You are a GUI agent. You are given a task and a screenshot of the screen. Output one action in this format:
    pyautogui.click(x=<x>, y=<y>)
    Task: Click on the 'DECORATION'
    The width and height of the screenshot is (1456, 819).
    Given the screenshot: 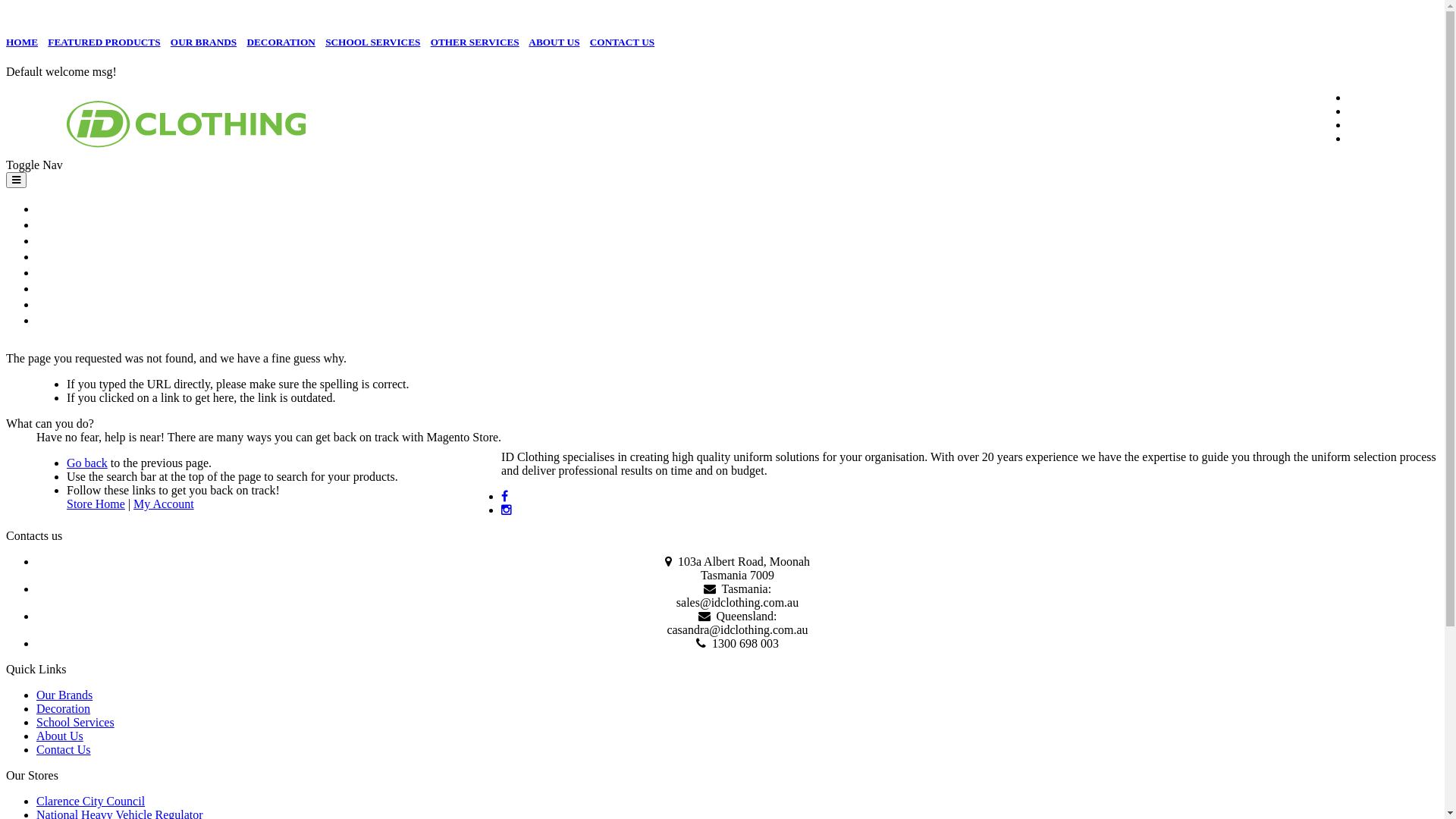 What is the action you would take?
    pyautogui.click(x=280, y=41)
    